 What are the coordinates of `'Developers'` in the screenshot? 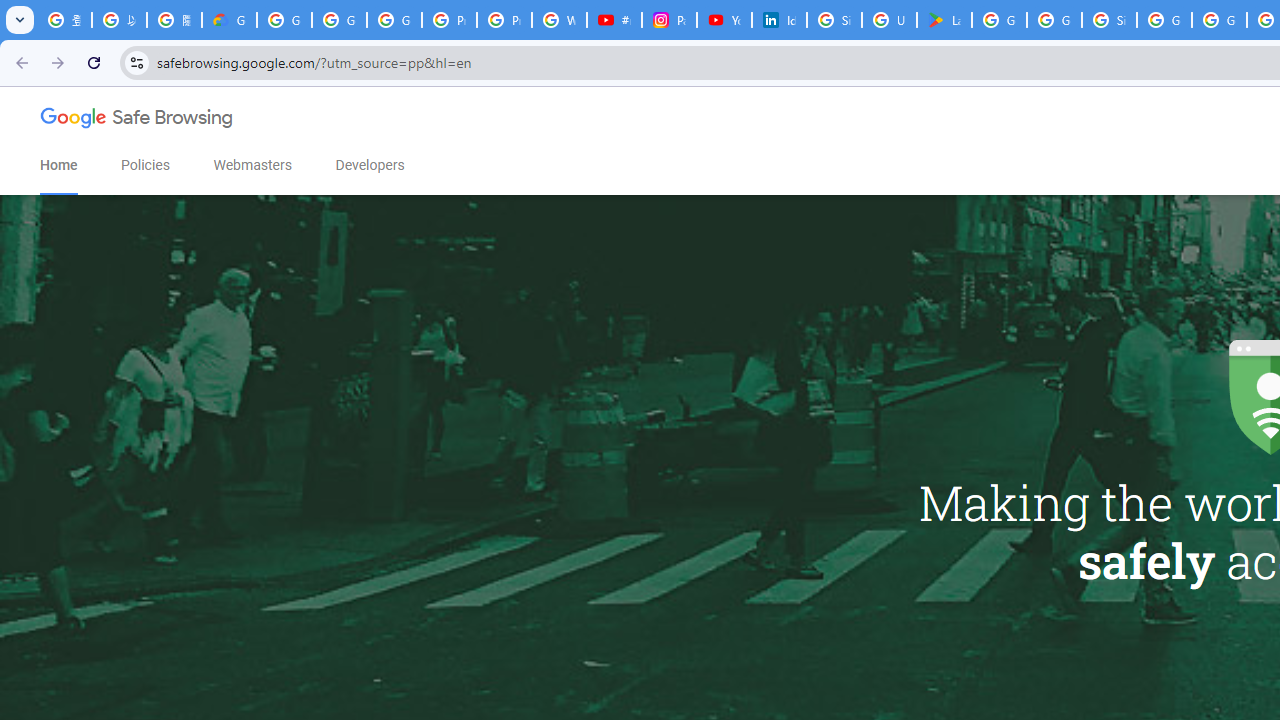 It's located at (369, 164).